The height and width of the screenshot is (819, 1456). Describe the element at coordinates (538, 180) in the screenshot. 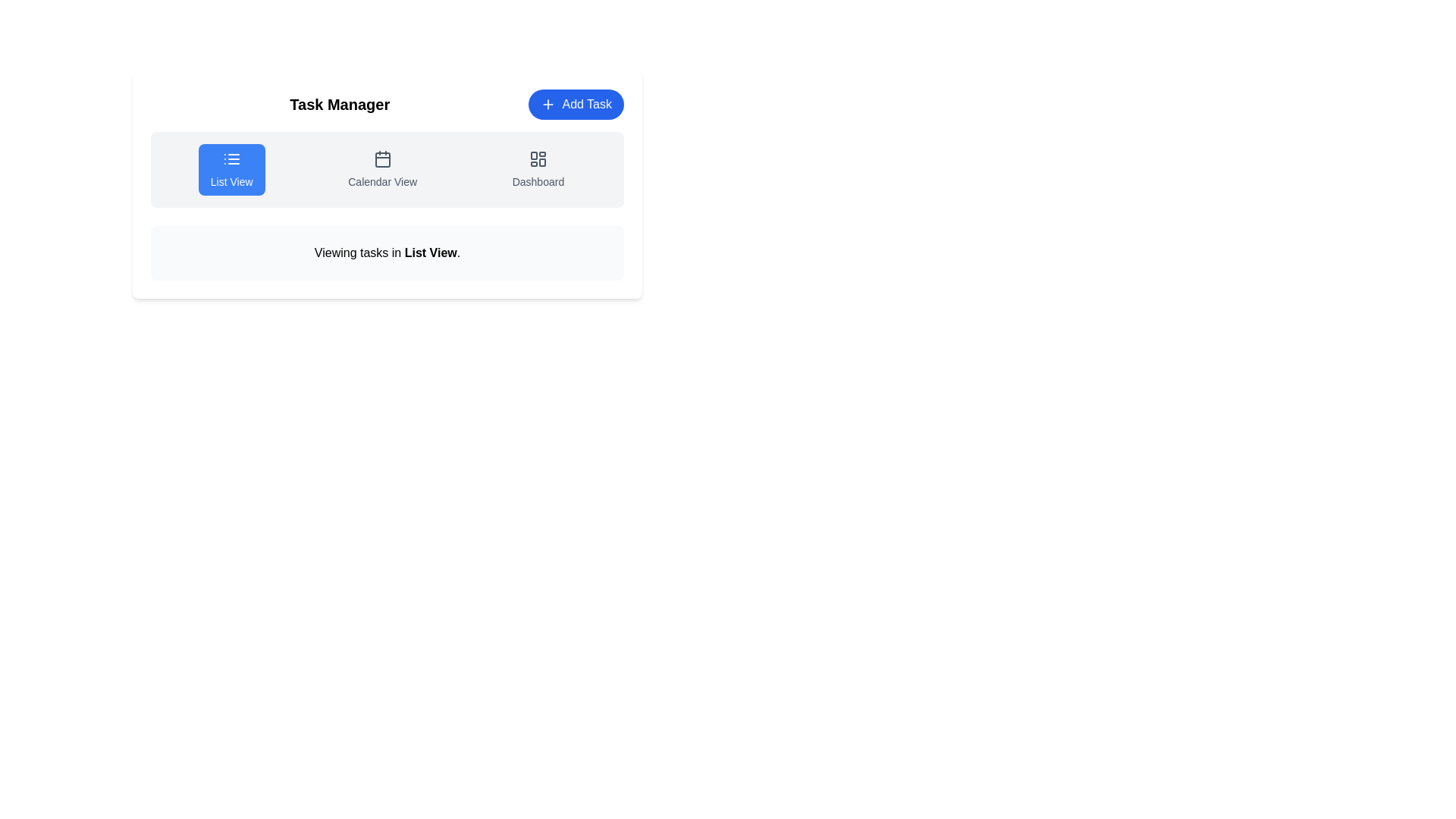

I see `text label 'Dashboard' which is styled with a smaller font size and located underneath the dashboard icon in the horizontal navigation section` at that location.